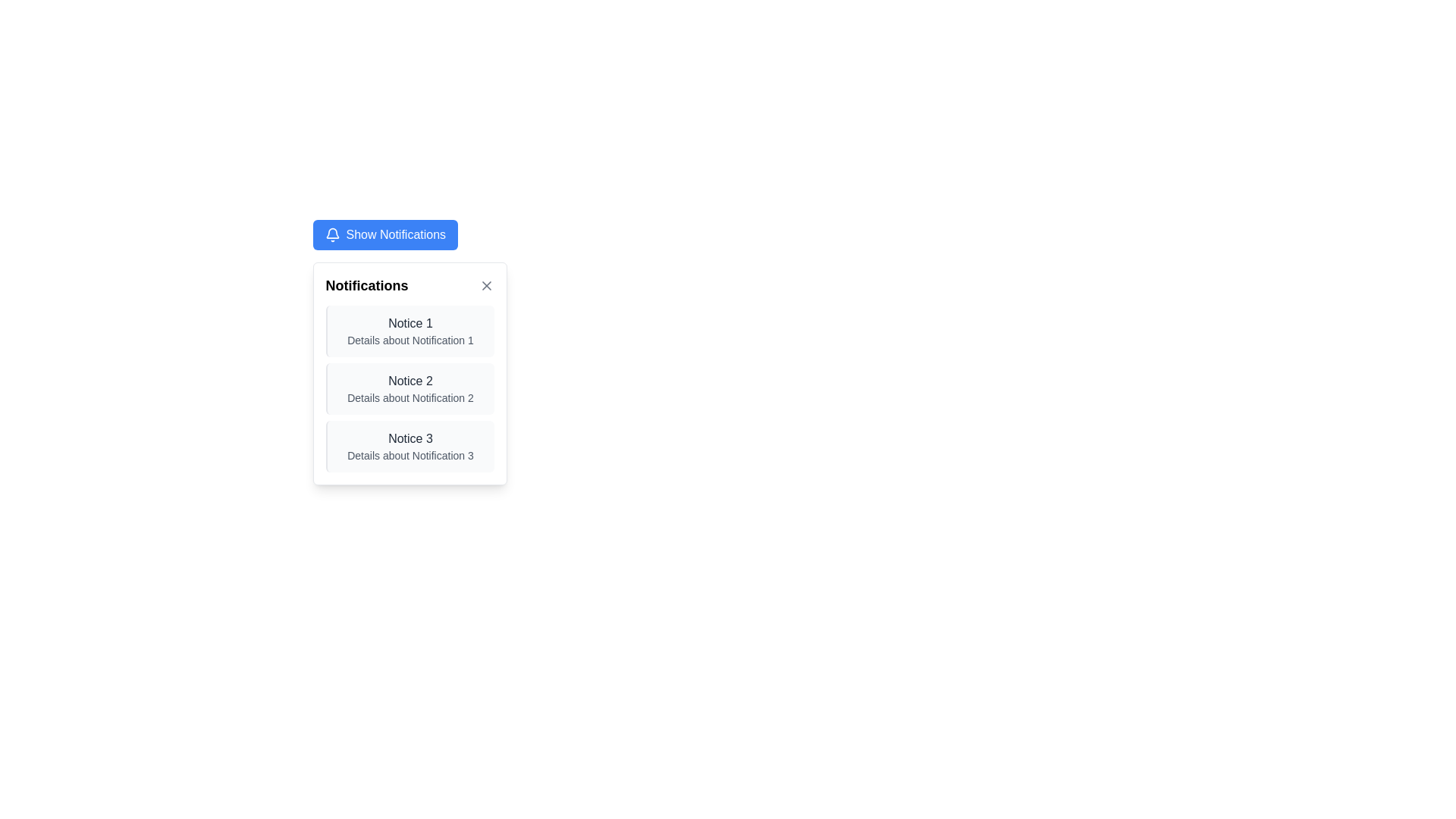 The image size is (1456, 819). Describe the element at coordinates (486, 286) in the screenshot. I see `the diagonal cross ('X') symbol button located in the top-right corner of the notification window` at that location.